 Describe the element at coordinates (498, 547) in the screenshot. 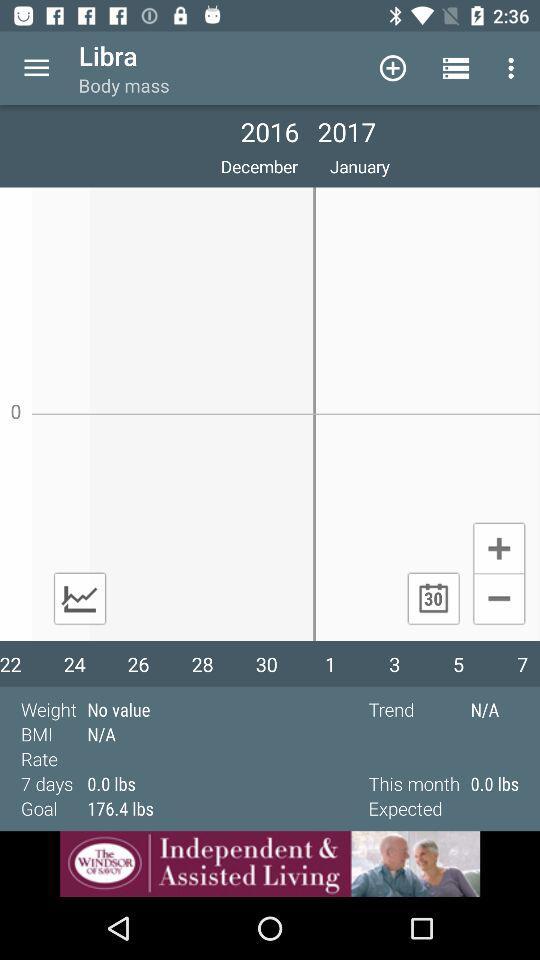

I see `option` at that location.